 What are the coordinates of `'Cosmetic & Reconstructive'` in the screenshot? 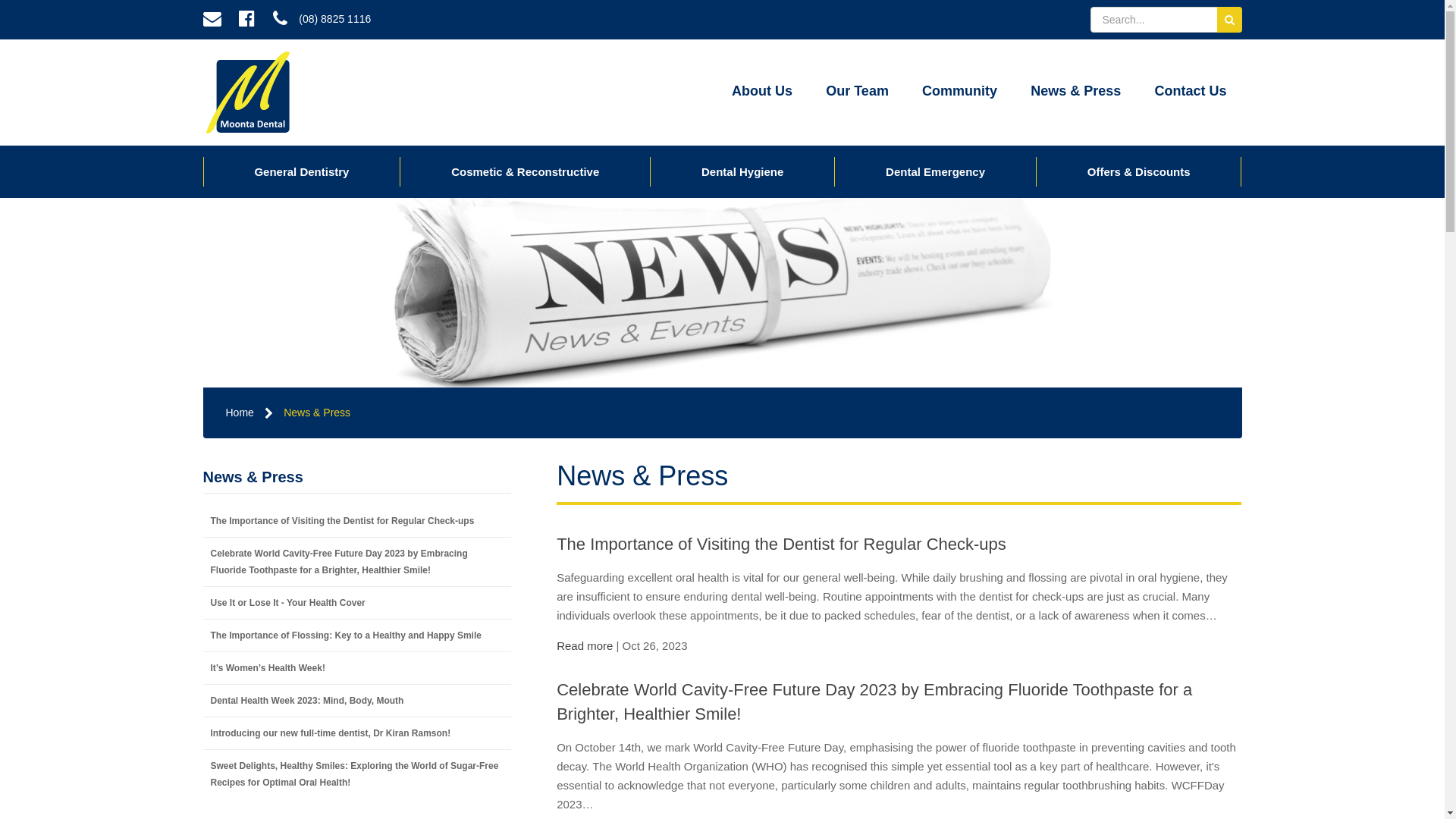 It's located at (525, 171).